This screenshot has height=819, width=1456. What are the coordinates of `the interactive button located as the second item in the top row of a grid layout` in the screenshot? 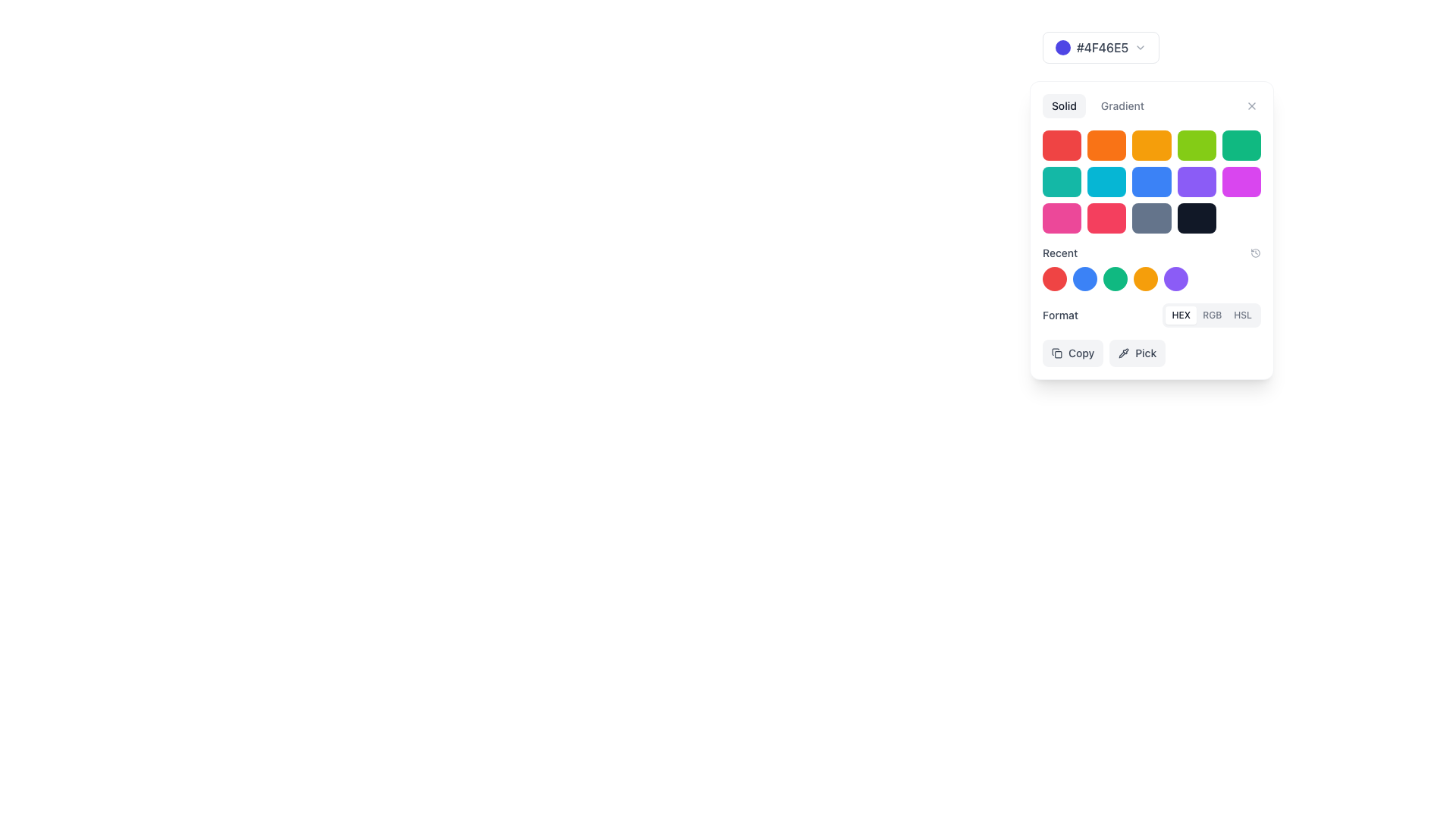 It's located at (1106, 146).